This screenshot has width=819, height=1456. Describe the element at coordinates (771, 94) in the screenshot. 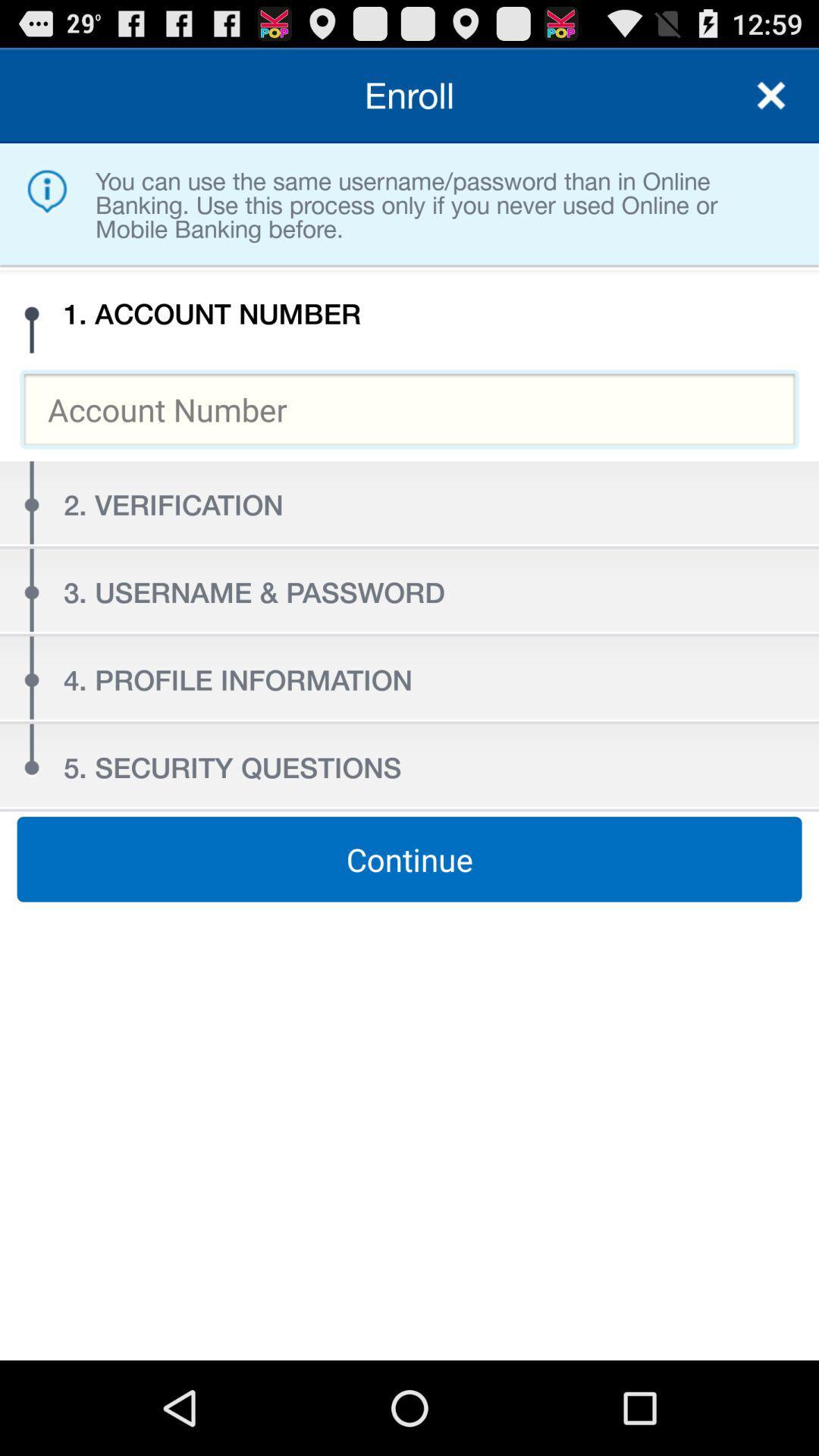

I see `icon to the right of the enroll item` at that location.